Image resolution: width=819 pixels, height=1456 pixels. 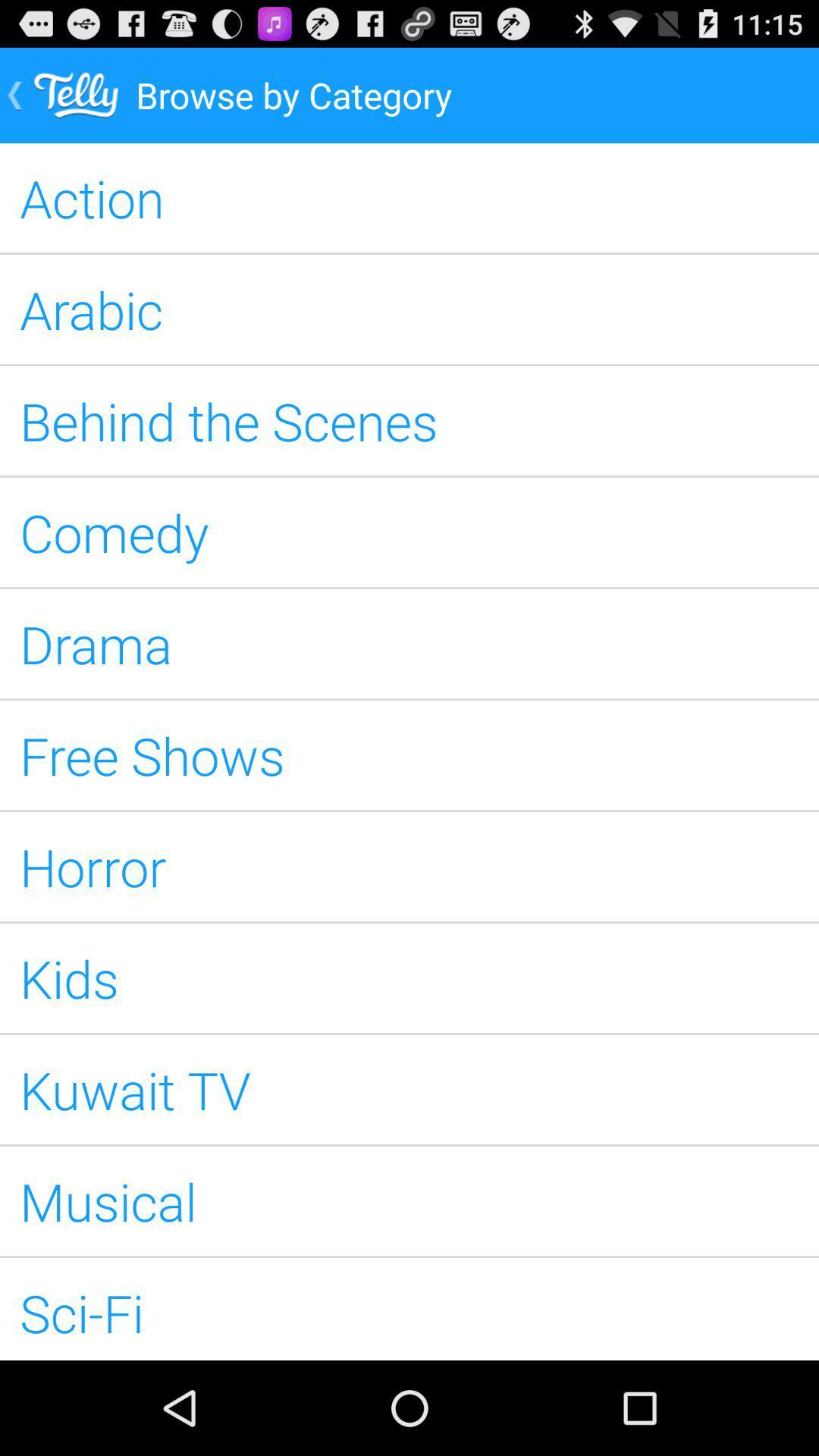 I want to click on icon above the arabic item, so click(x=409, y=196).